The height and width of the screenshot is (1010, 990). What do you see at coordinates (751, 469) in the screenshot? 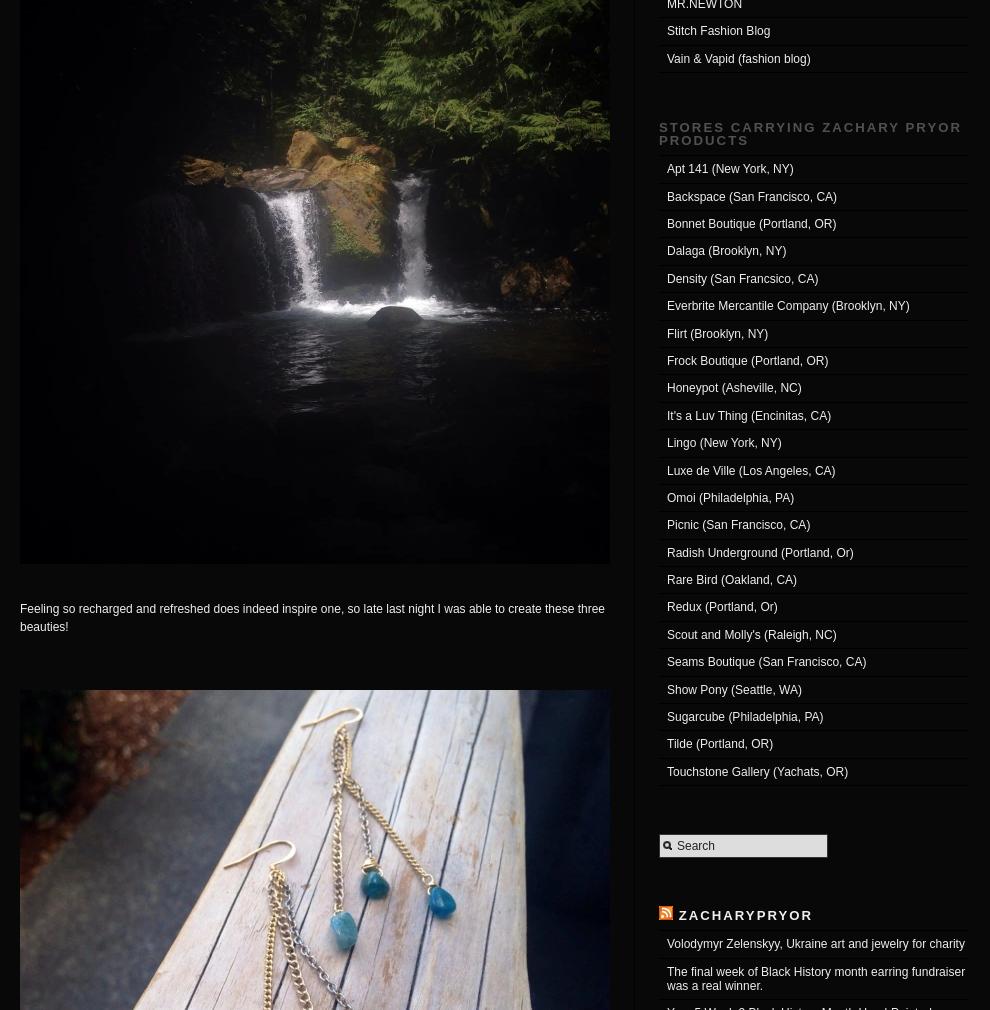
I see `'Luxe de Ville (Los Angeles, CA)'` at bounding box center [751, 469].